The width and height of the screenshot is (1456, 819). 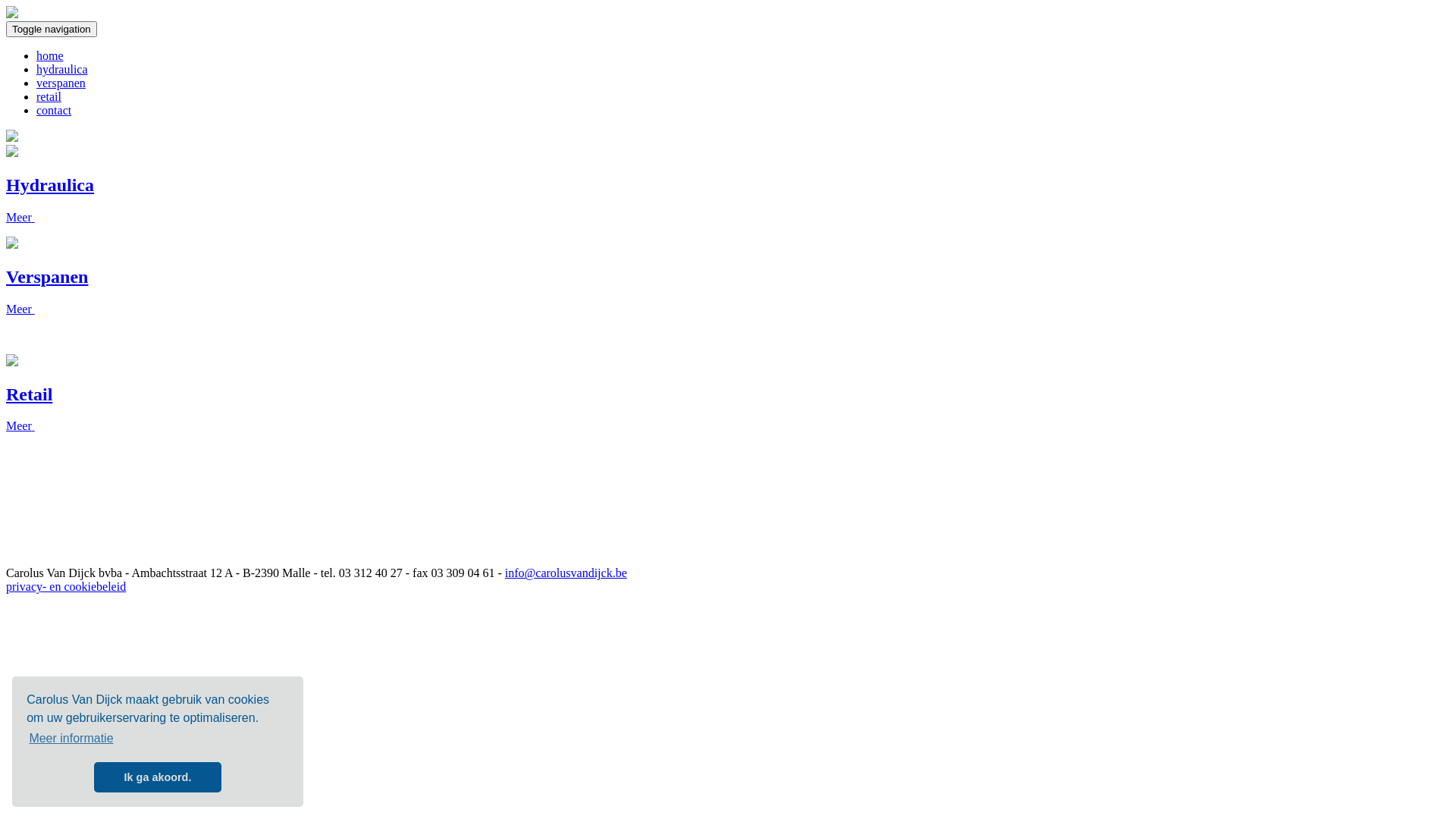 What do you see at coordinates (47, 277) in the screenshot?
I see `'Verspanen'` at bounding box center [47, 277].